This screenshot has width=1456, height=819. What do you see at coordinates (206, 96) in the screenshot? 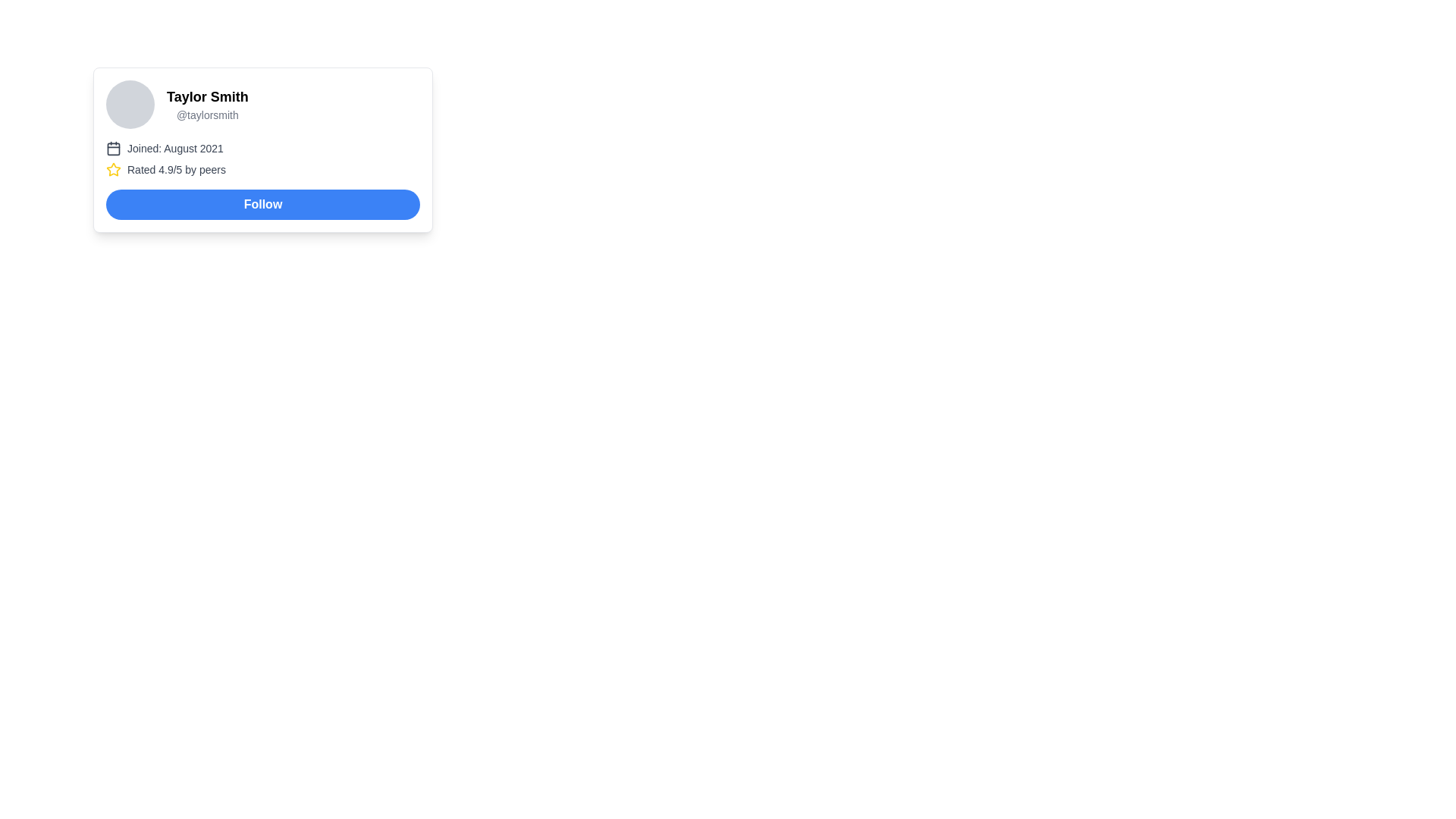
I see `the text 'Taylor Smith' which is displayed in bold and larger font at the top of the profile card, positioned right of the circular profile picture` at bounding box center [206, 96].